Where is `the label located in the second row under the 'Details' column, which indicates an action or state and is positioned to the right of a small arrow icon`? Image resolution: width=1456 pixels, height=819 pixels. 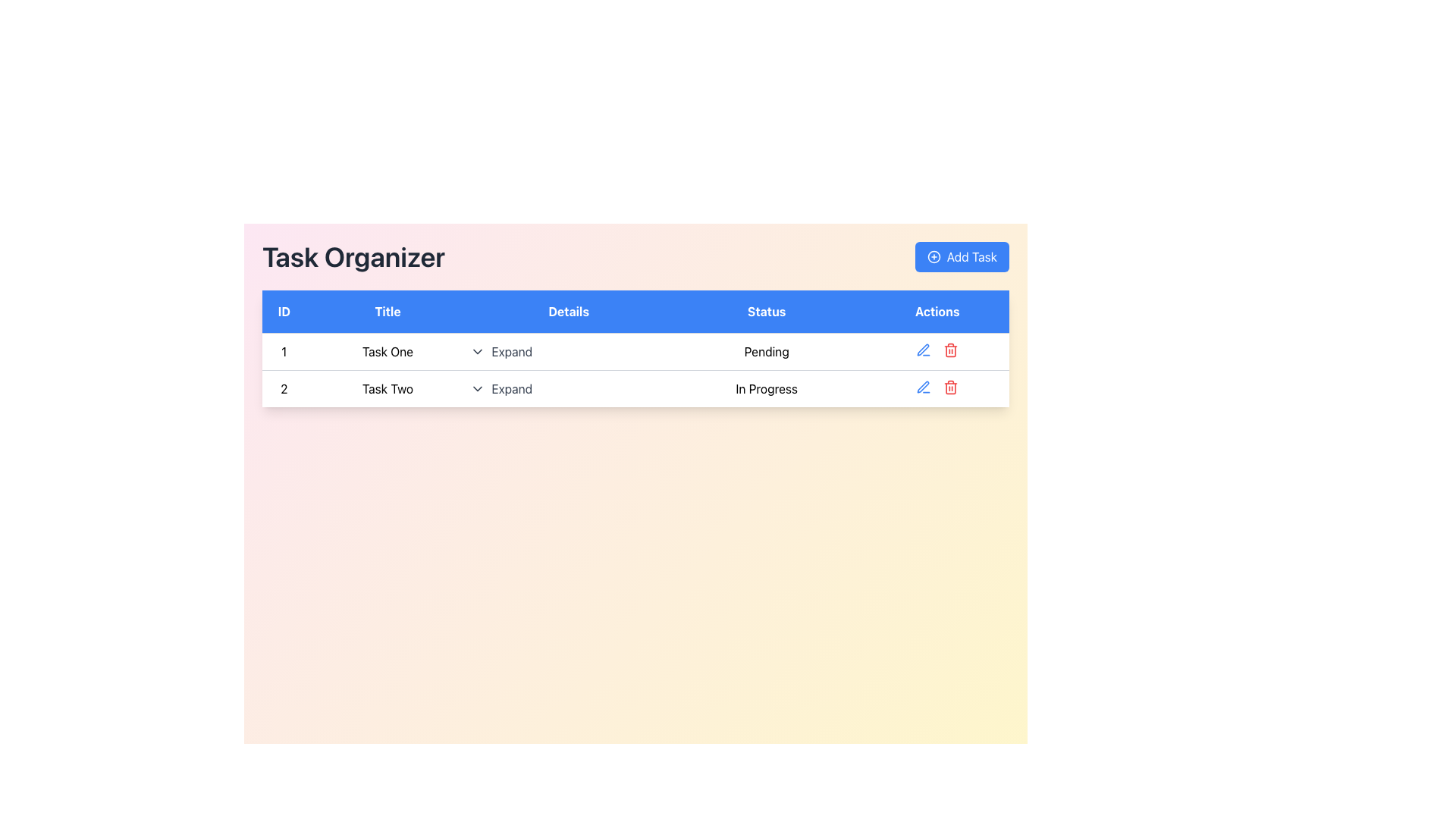
the label located in the second row under the 'Details' column, which indicates an action or state and is positioned to the right of a small arrow icon is located at coordinates (512, 351).